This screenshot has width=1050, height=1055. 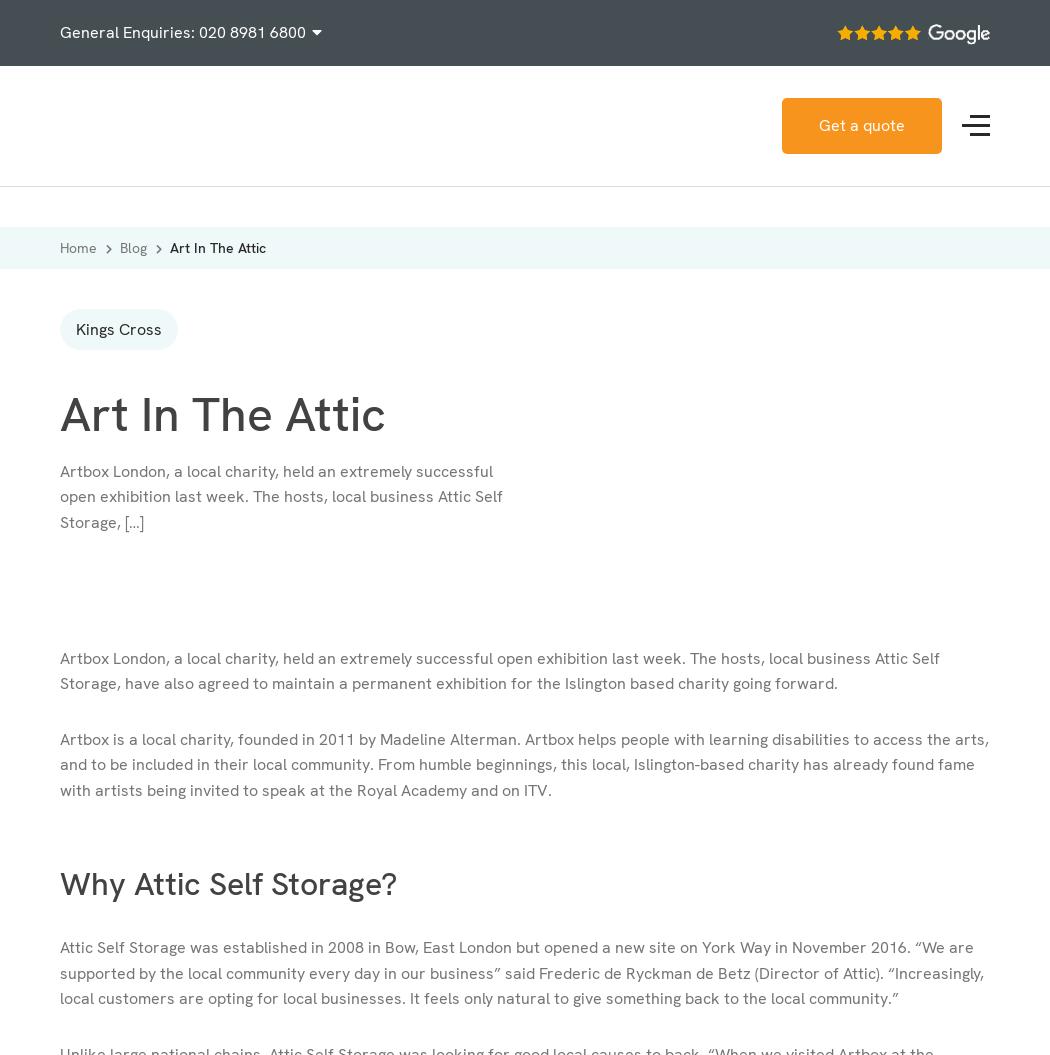 I want to click on 'Kings Cross', so click(x=117, y=327).